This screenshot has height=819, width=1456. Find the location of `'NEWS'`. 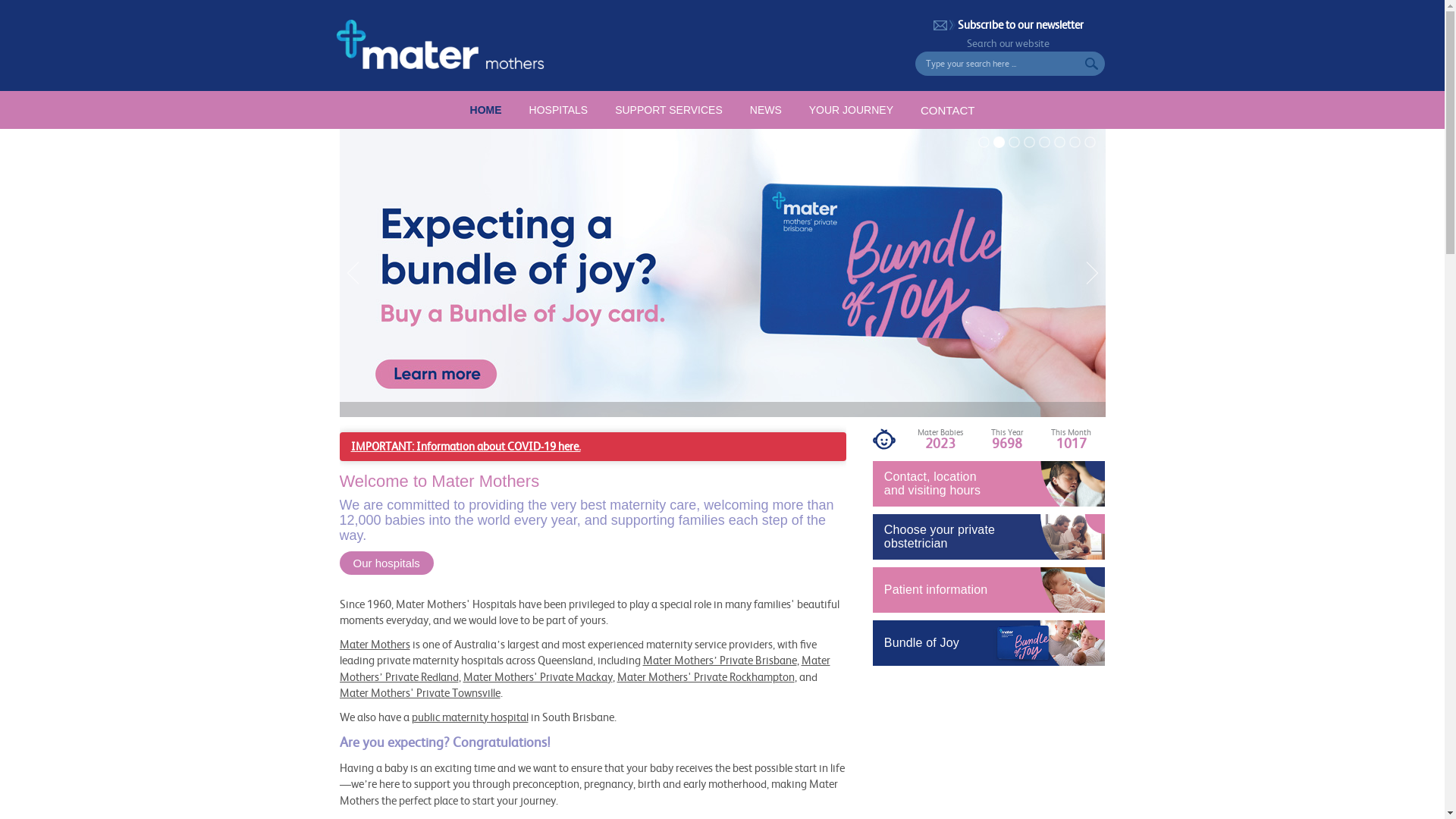

'NEWS' is located at coordinates (749, 109).